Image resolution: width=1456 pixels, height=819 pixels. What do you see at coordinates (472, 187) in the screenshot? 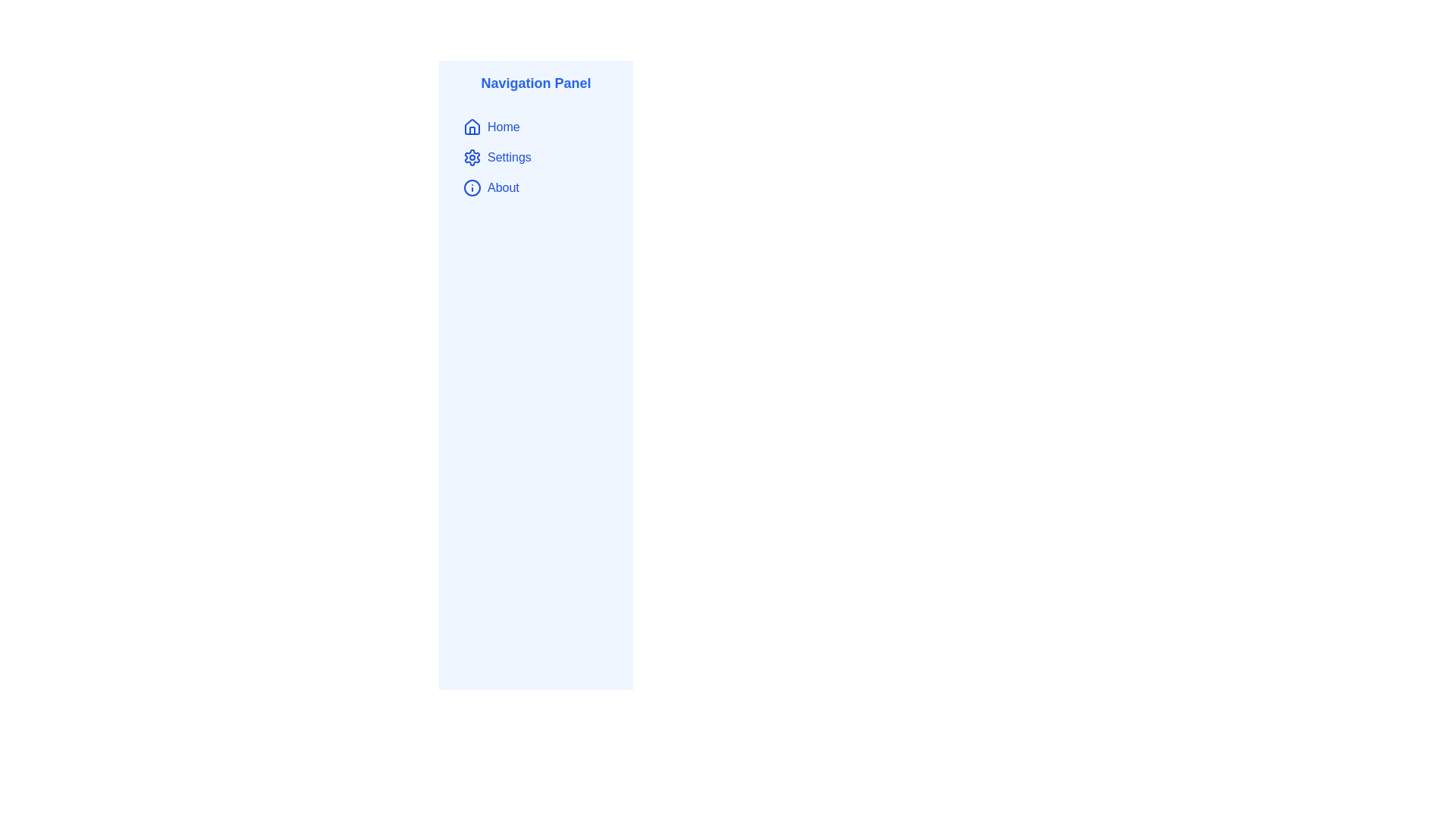
I see `the circular icon with a hollow blue outline, which has a blue dot at the top and a vertical line segment at the bottom center, located in the navigation panel under the 'About' section` at bounding box center [472, 187].